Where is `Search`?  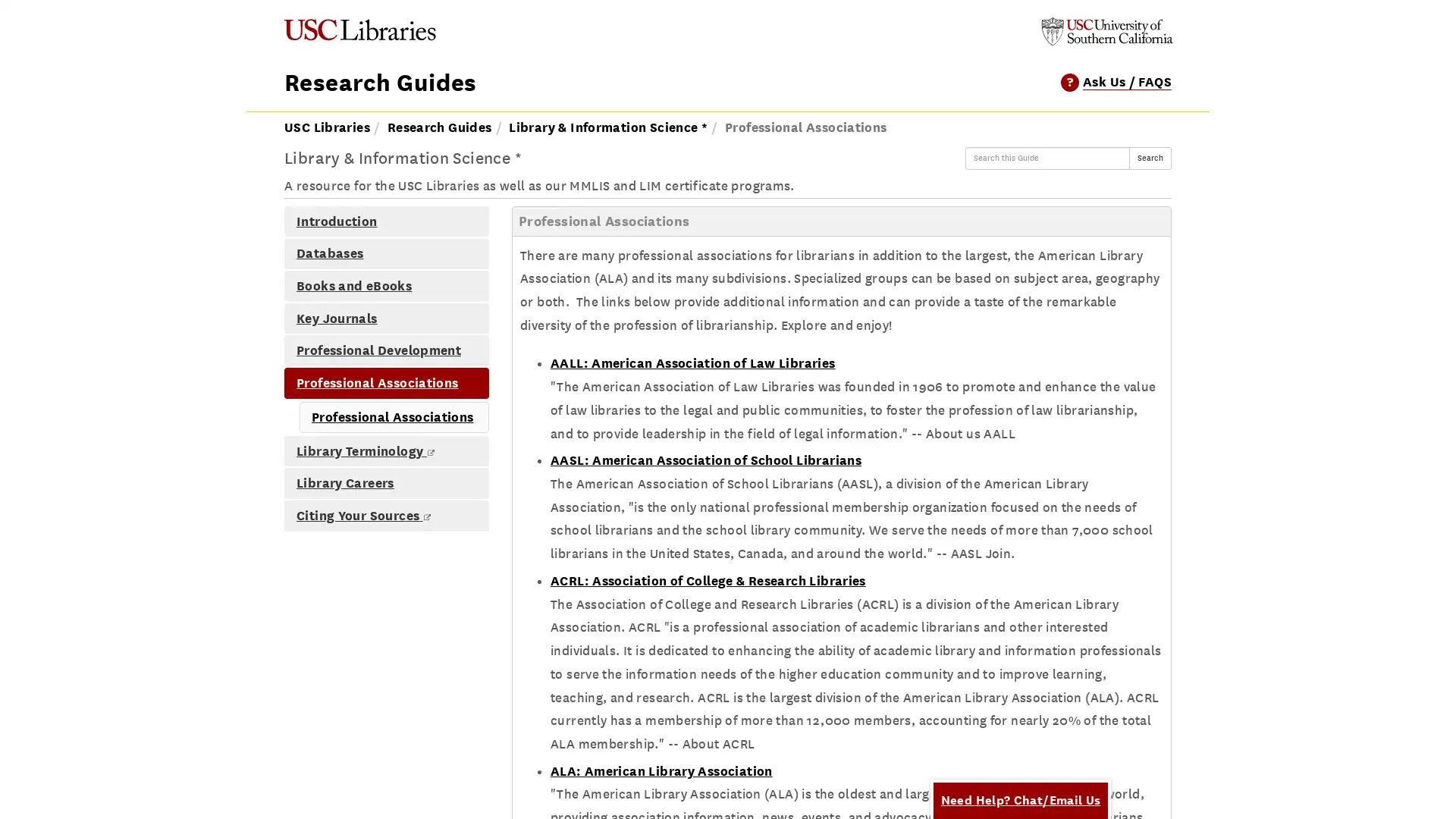
Search is located at coordinates (1150, 158).